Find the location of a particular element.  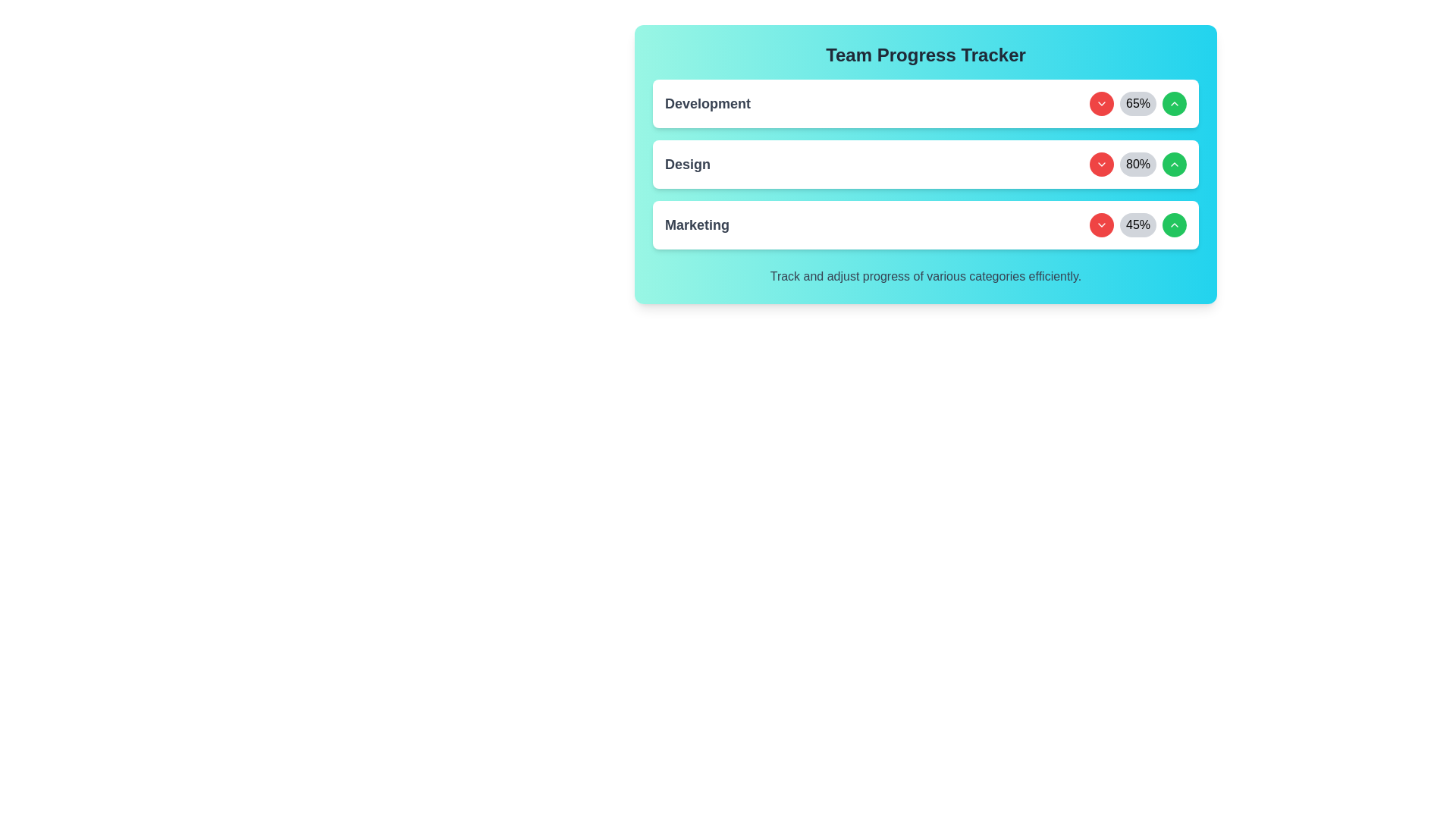

the Chevron Up icon located in the top-right corner of the green circular button is located at coordinates (1174, 225).